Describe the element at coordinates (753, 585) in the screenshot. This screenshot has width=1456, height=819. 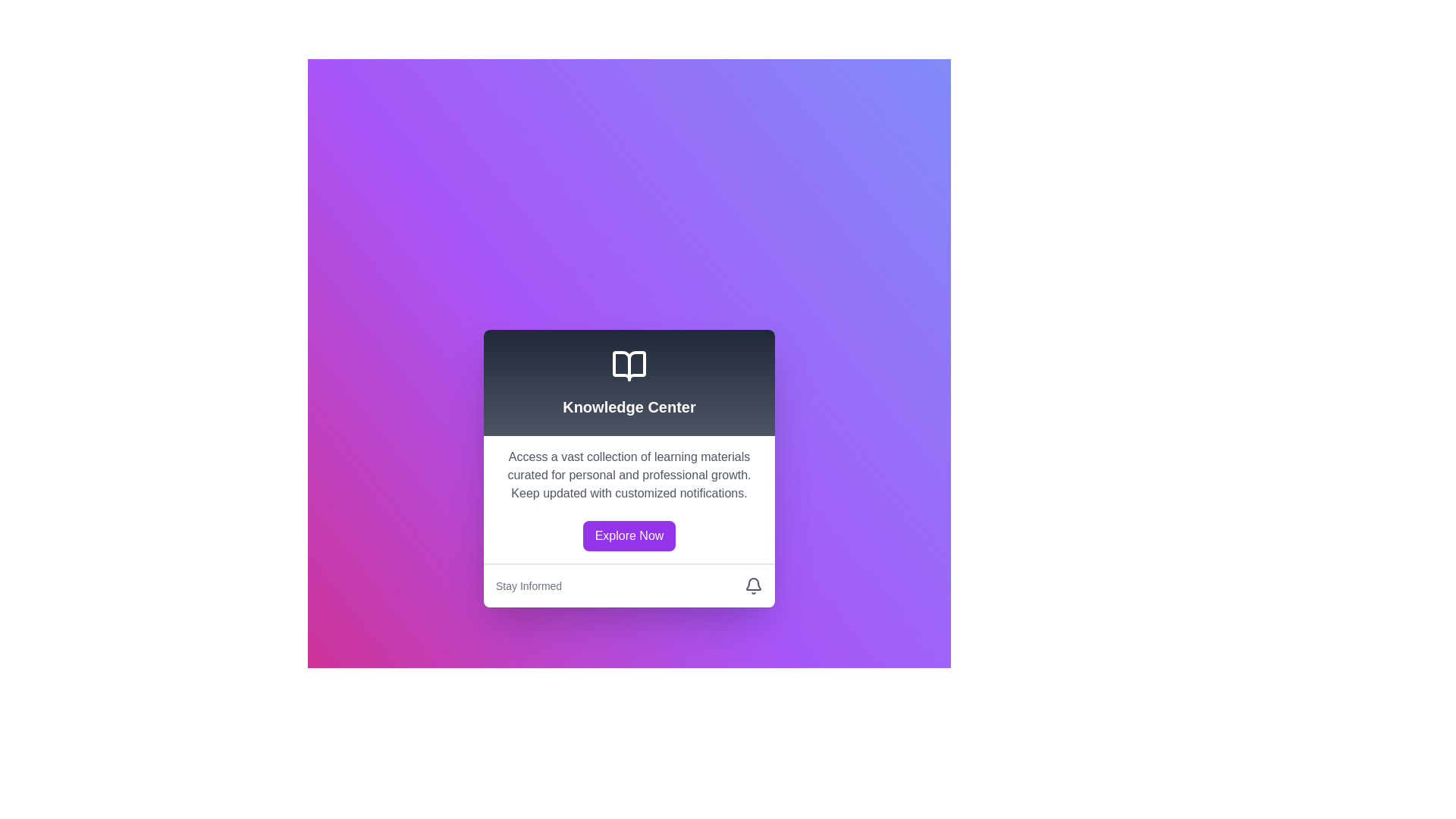
I see `the bell icon in the 'Stay Informed' section, which indicates notifications or alerts` at that location.